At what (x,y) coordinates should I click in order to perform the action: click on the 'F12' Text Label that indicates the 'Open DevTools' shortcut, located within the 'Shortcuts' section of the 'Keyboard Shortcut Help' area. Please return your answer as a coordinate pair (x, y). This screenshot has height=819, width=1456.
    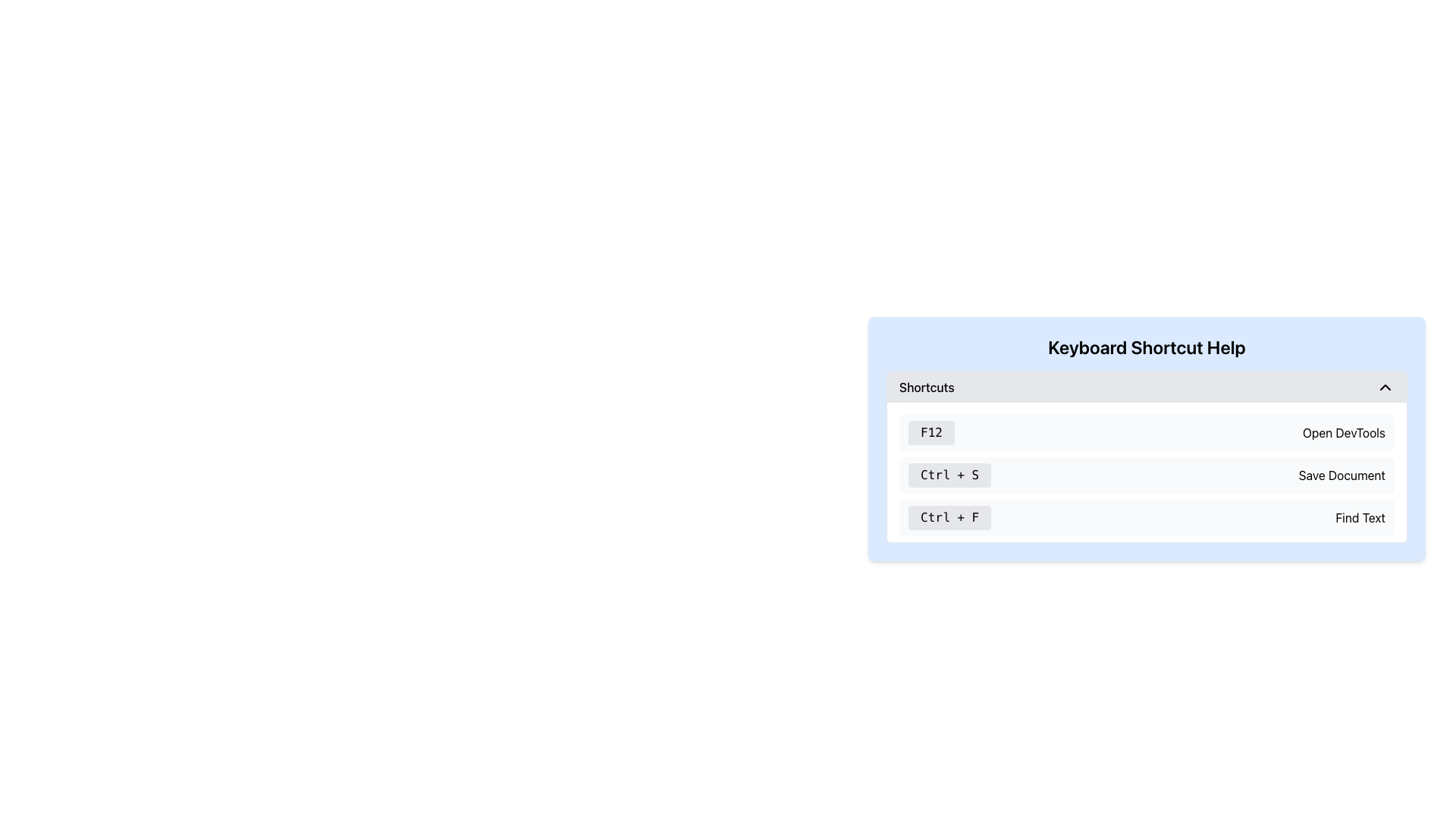
    Looking at the image, I should click on (930, 432).